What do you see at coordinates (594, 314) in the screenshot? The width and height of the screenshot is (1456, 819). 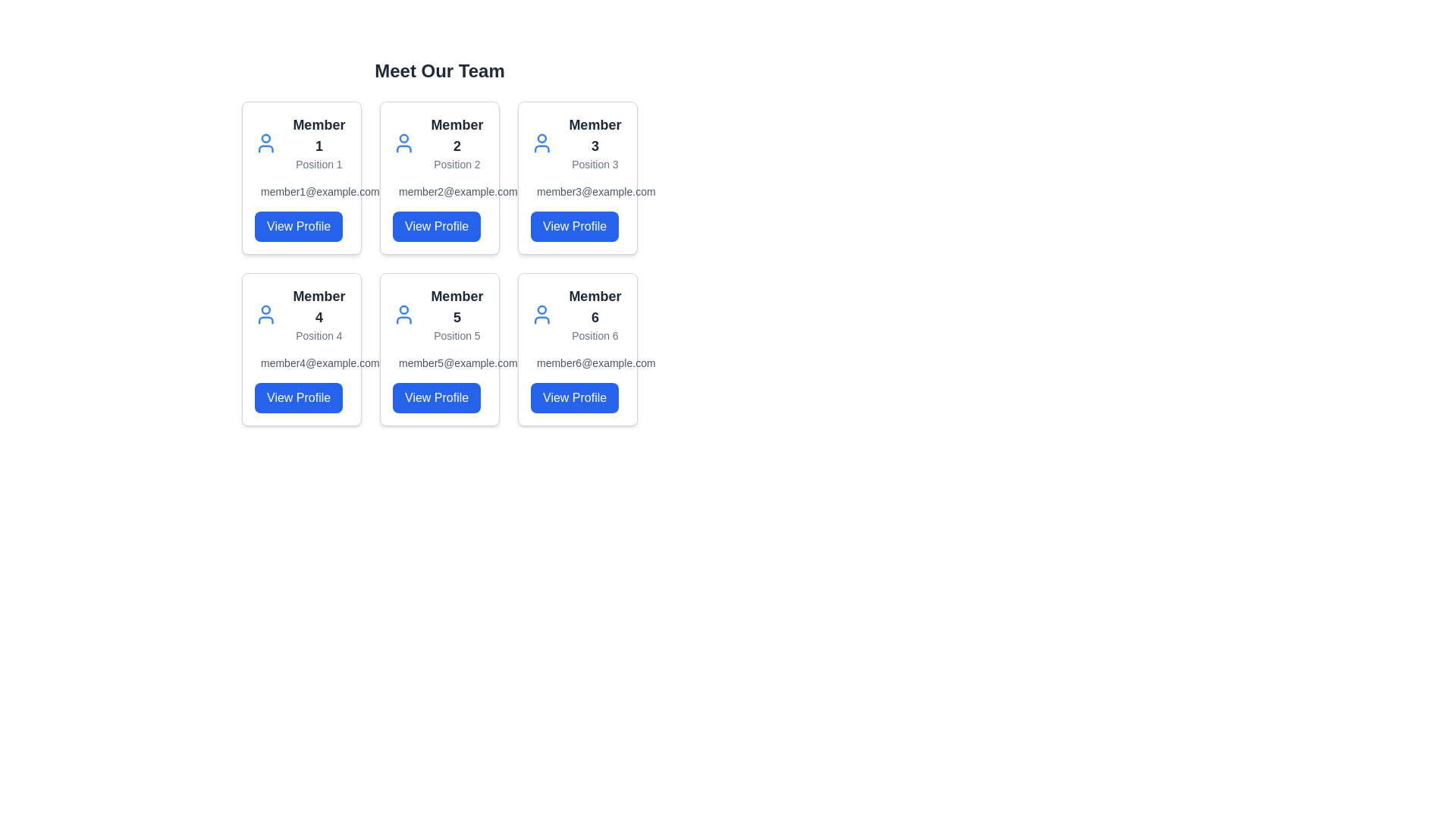 I see `the Text Display element that shows 'Member 6' and 'Position 6', located in the bottom-right card of a 3x2 grid` at bounding box center [594, 314].